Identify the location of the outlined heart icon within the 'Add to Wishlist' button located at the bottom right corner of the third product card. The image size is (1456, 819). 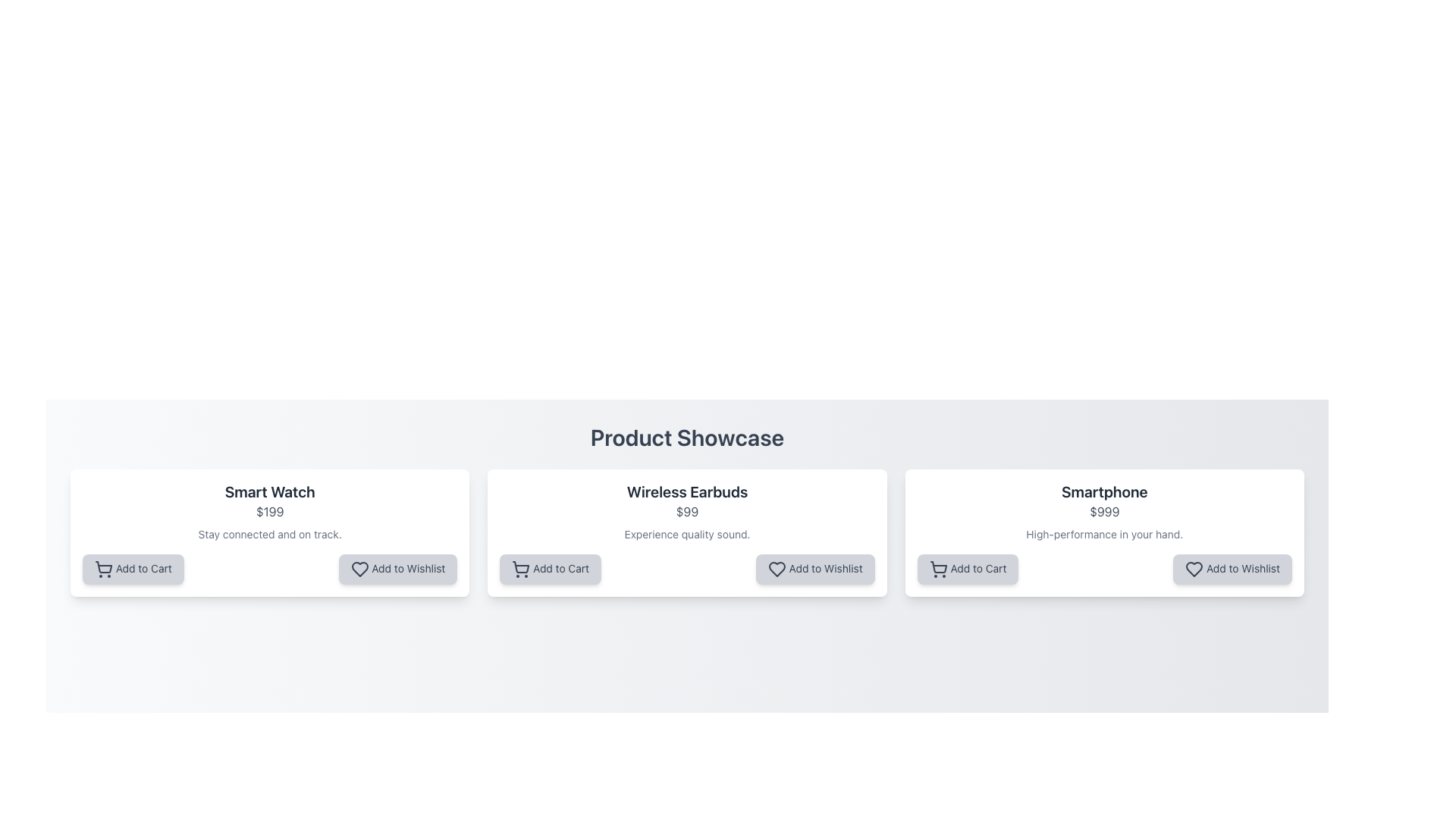
(1194, 570).